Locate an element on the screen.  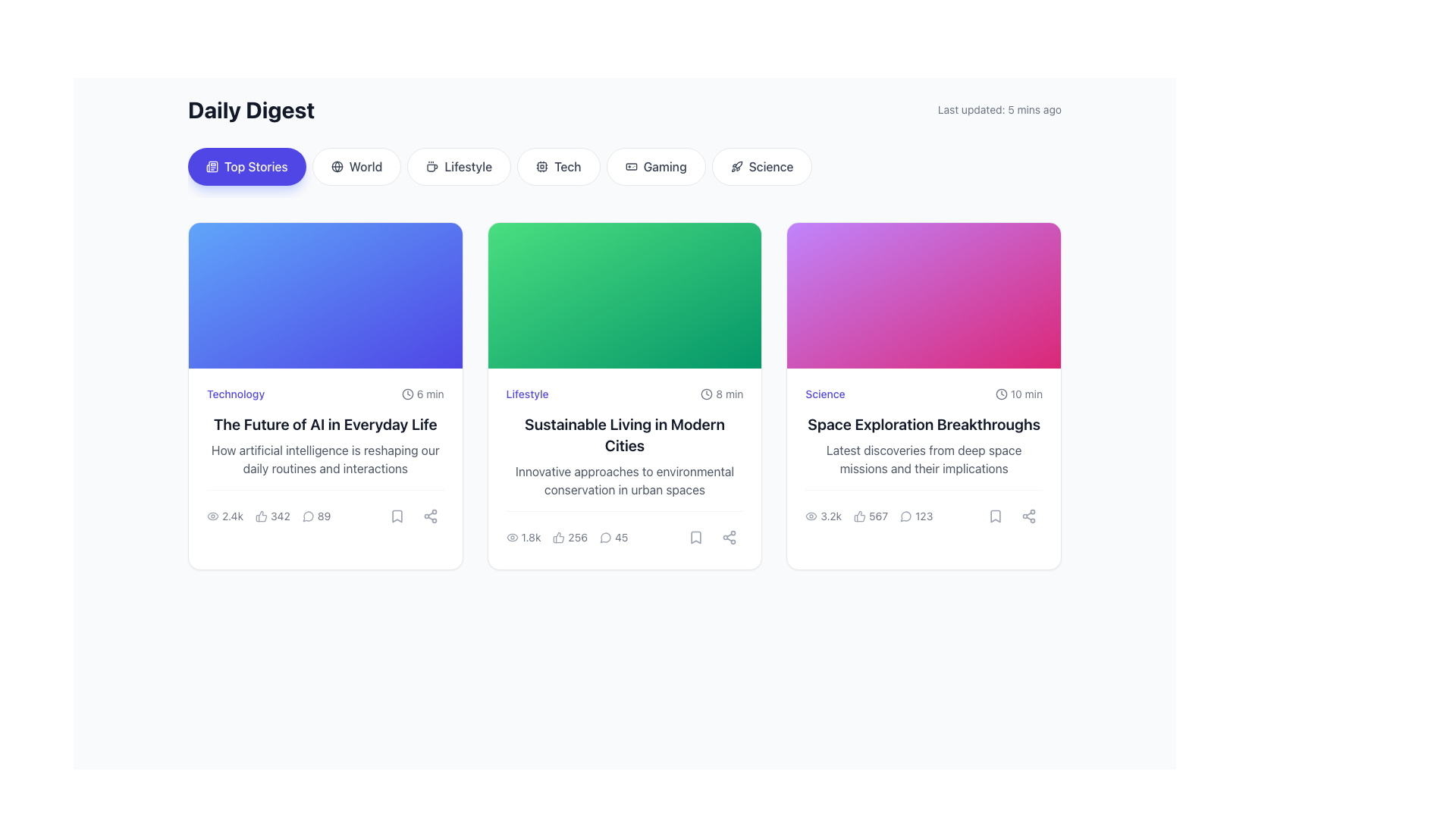
the static text element displaying the number '567' in the likes count section of the third card titled 'Space Exploration Breakthroughs' is located at coordinates (878, 516).